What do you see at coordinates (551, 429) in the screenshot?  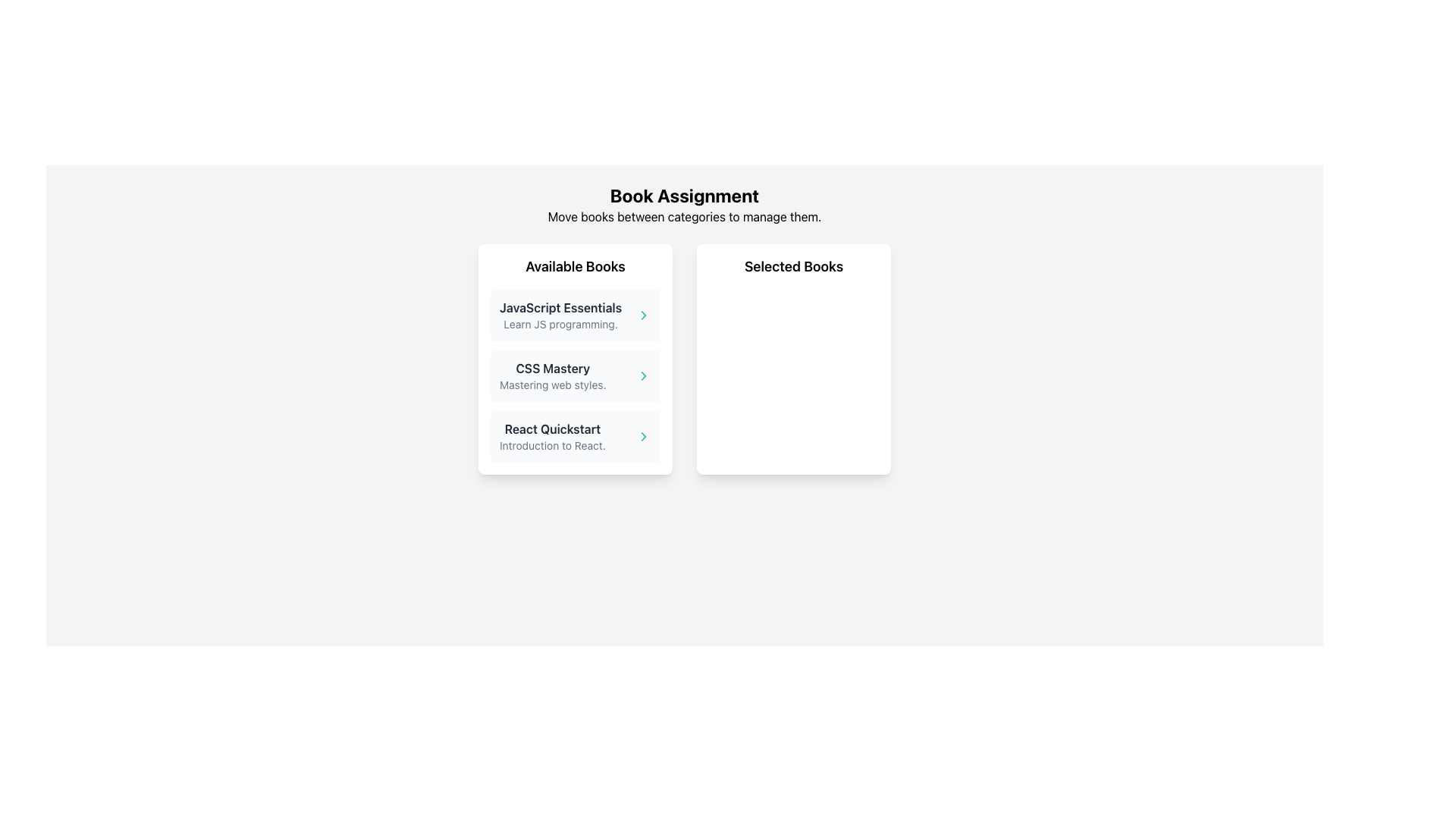 I see `the 'React Quickstart' text label, which is styled in bold and dark color, located in the third row of the 'Available Books' section` at bounding box center [551, 429].